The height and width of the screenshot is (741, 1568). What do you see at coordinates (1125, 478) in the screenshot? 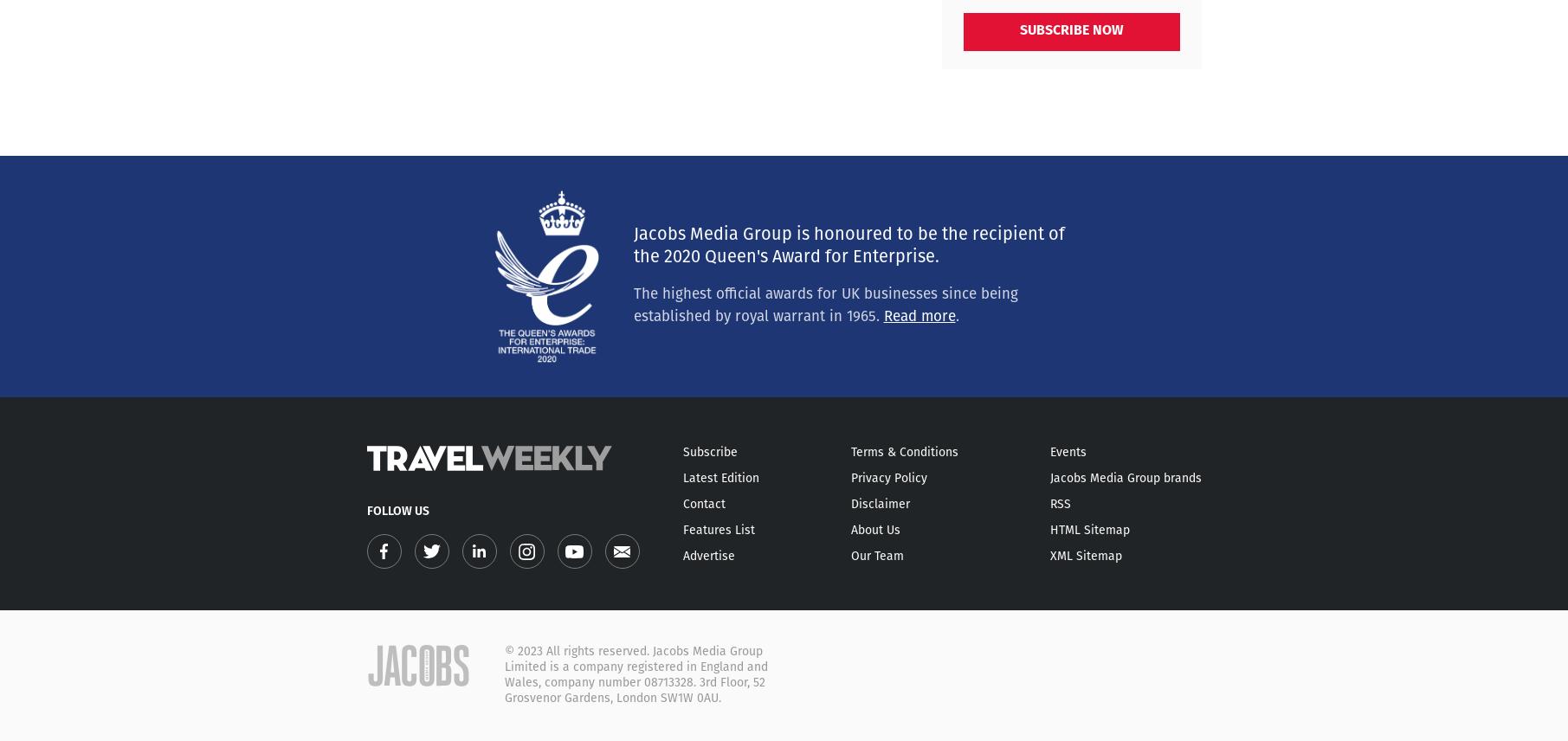
I see `'Jacobs Media Group brands'` at bounding box center [1125, 478].